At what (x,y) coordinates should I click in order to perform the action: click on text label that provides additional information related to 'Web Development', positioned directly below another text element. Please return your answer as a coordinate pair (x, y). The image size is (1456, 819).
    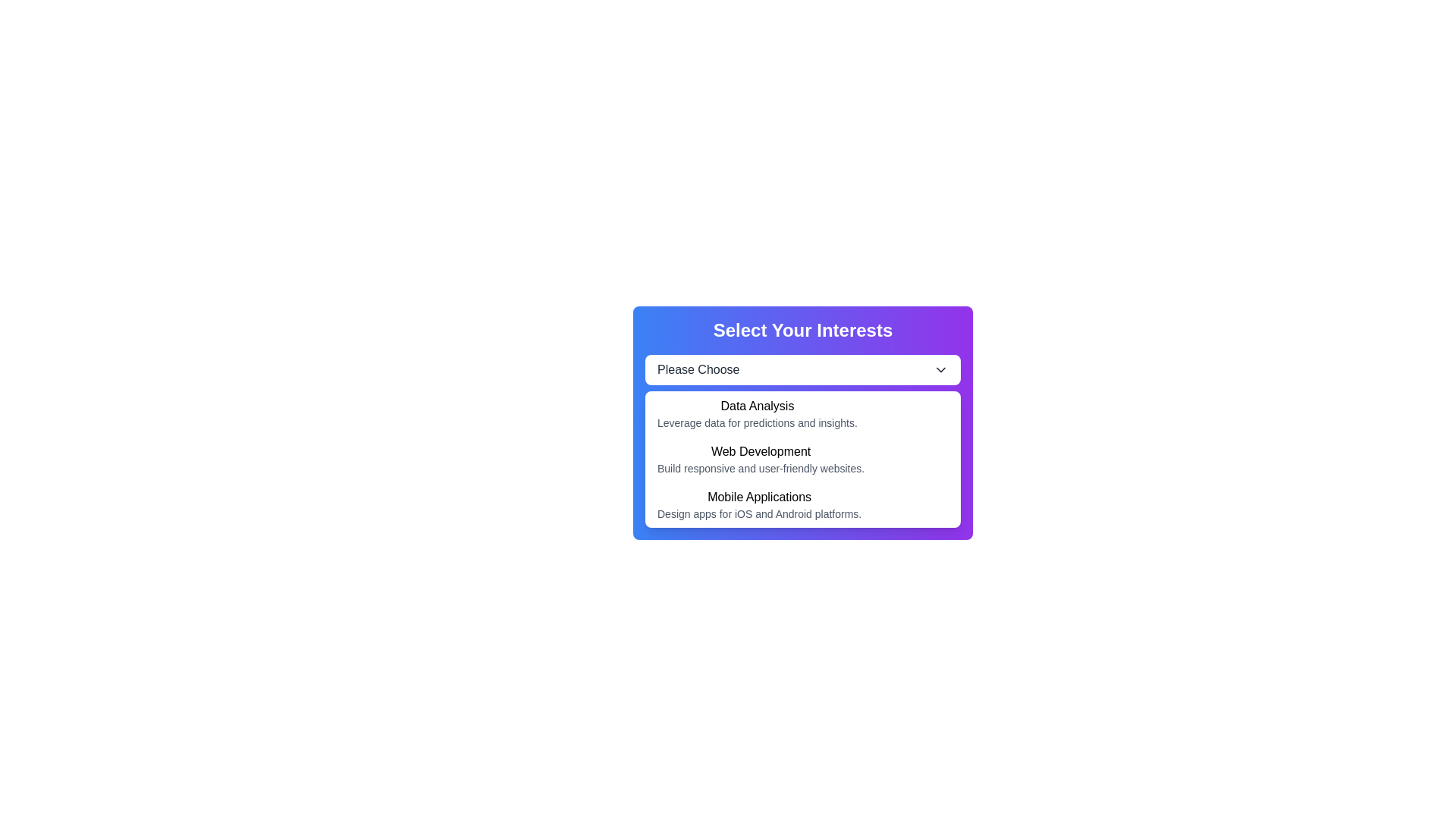
    Looking at the image, I should click on (761, 467).